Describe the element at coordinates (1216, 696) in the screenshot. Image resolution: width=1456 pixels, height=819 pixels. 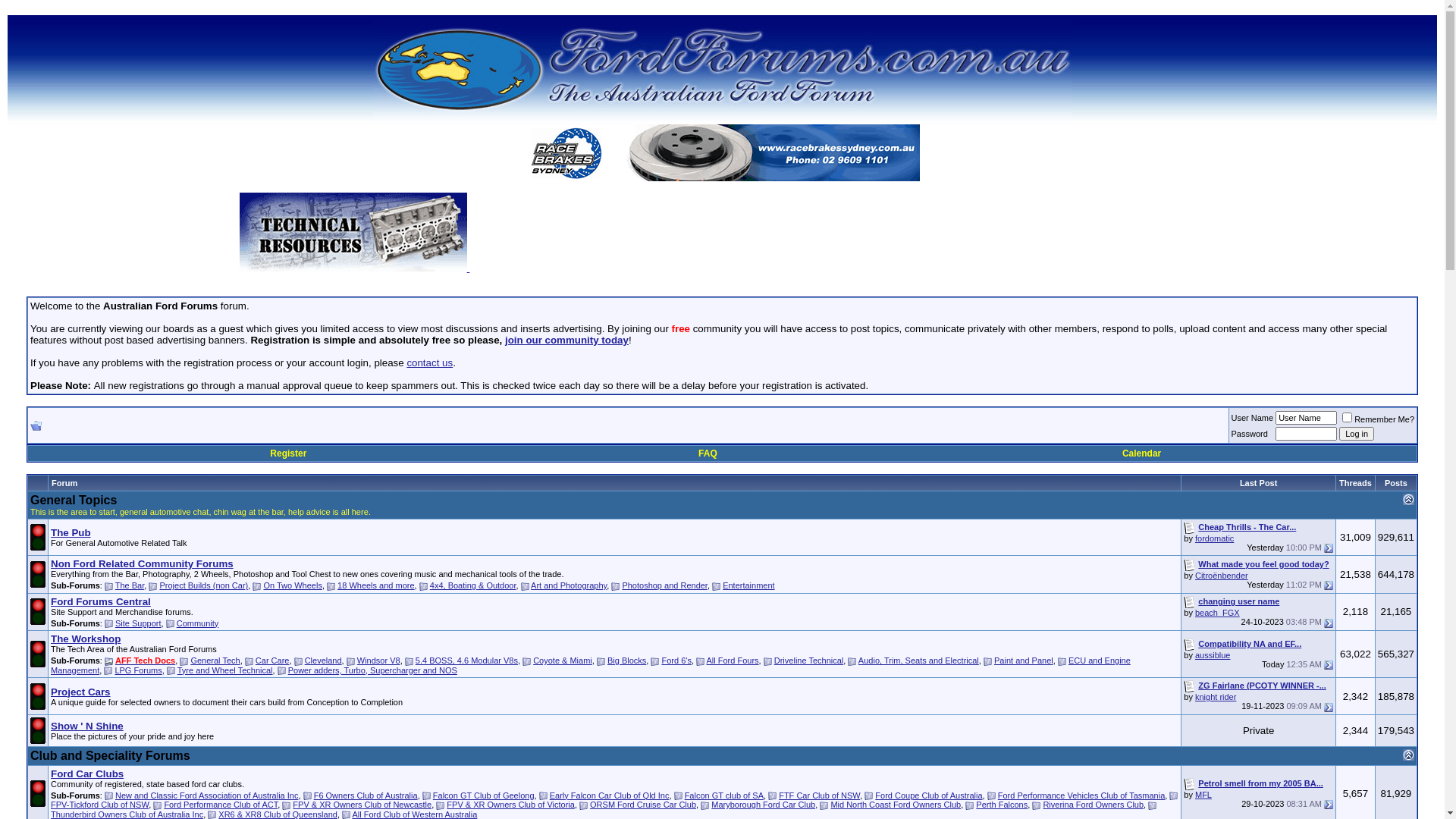
I see `'knight rider'` at that location.